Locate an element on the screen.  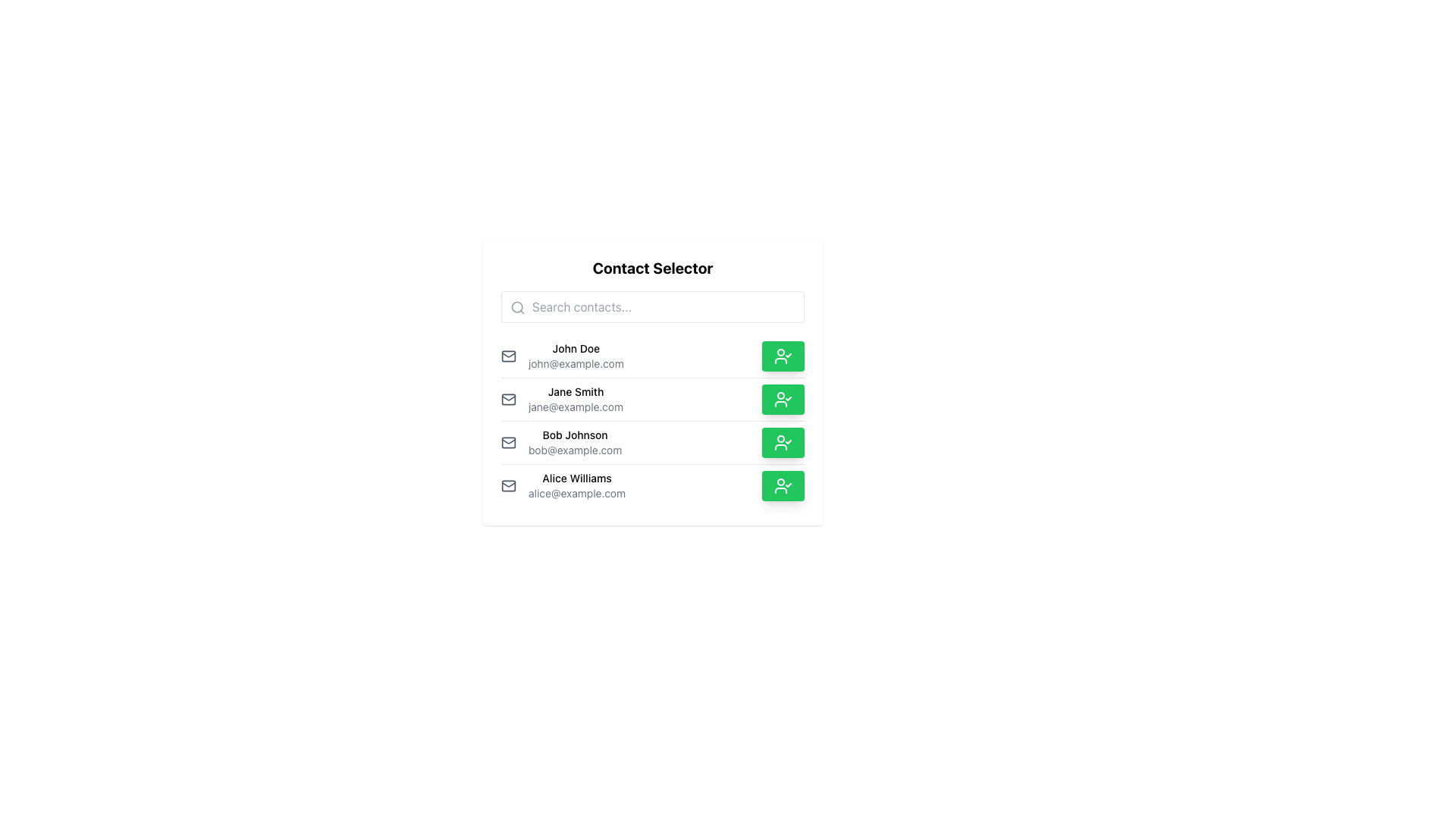
the visual representation of the mail icon shaped as an envelope, which is gray in color and located to the left of 'John Doe' and 'john@example.com' in the contact list is located at coordinates (509, 356).